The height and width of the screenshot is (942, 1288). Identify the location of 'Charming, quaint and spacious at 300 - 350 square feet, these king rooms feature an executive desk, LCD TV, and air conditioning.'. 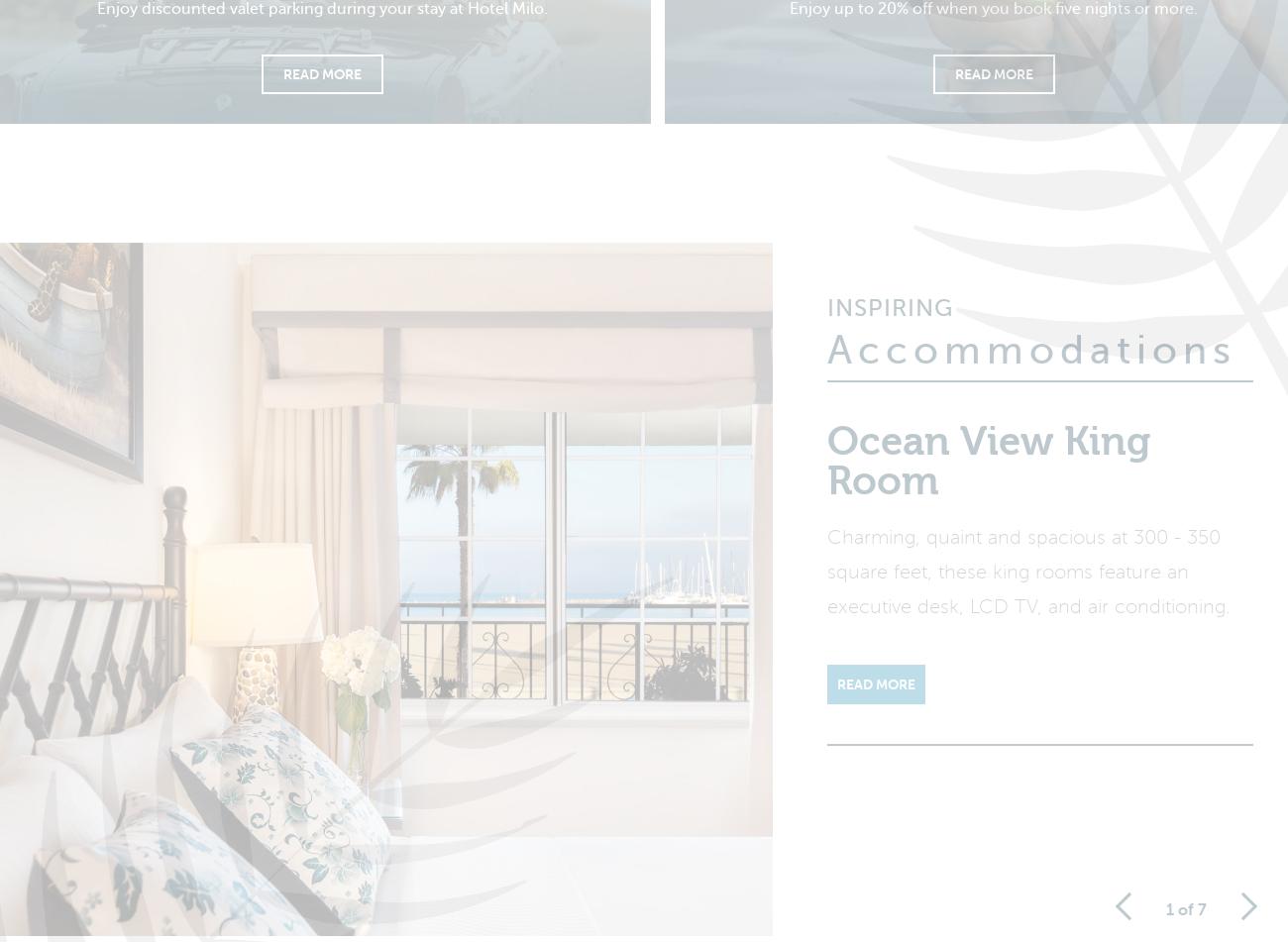
(1028, 584).